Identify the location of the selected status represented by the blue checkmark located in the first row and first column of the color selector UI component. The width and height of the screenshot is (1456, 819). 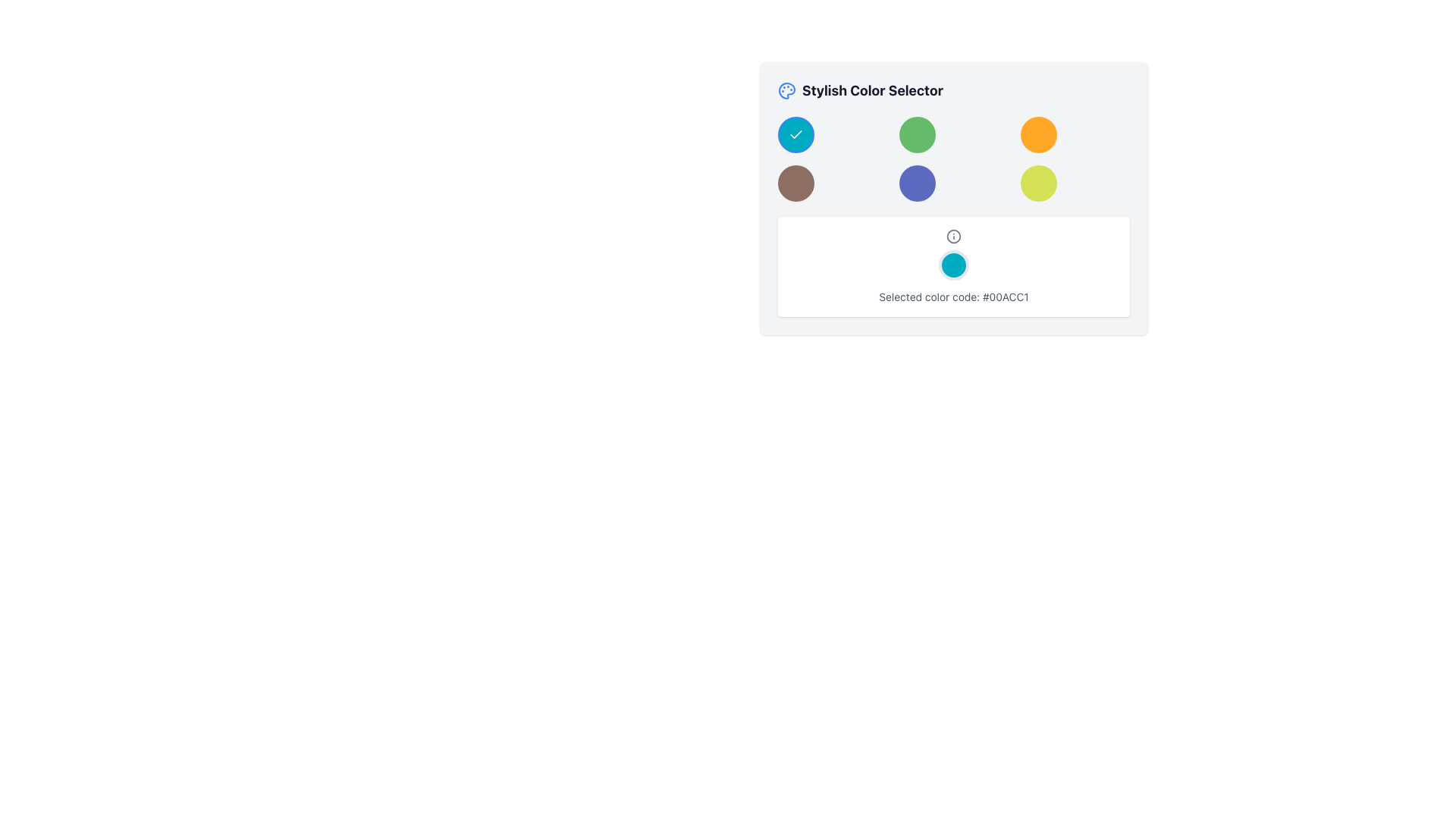
(795, 133).